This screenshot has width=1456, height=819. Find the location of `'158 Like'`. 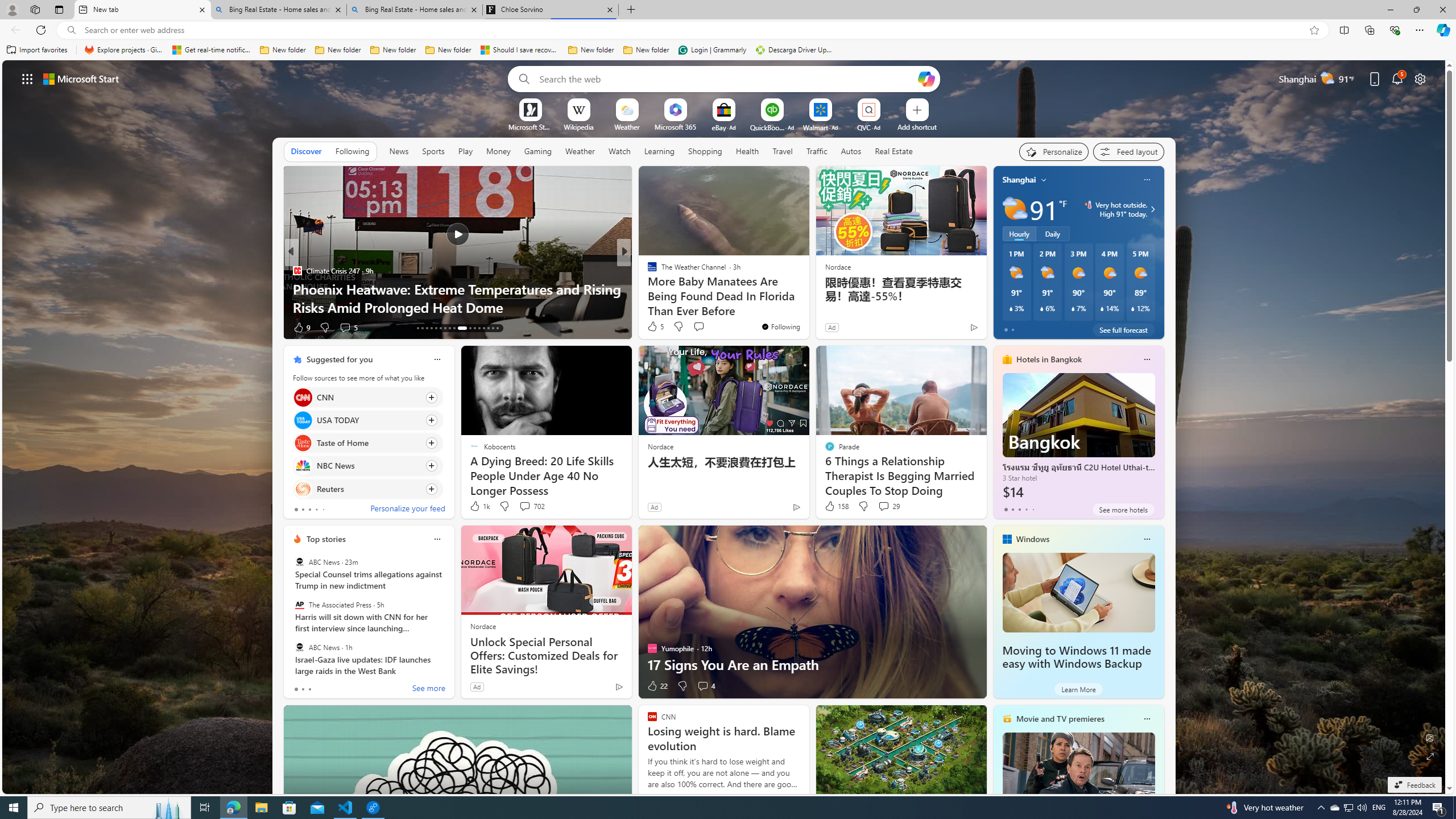

'158 Like' is located at coordinates (835, 505).